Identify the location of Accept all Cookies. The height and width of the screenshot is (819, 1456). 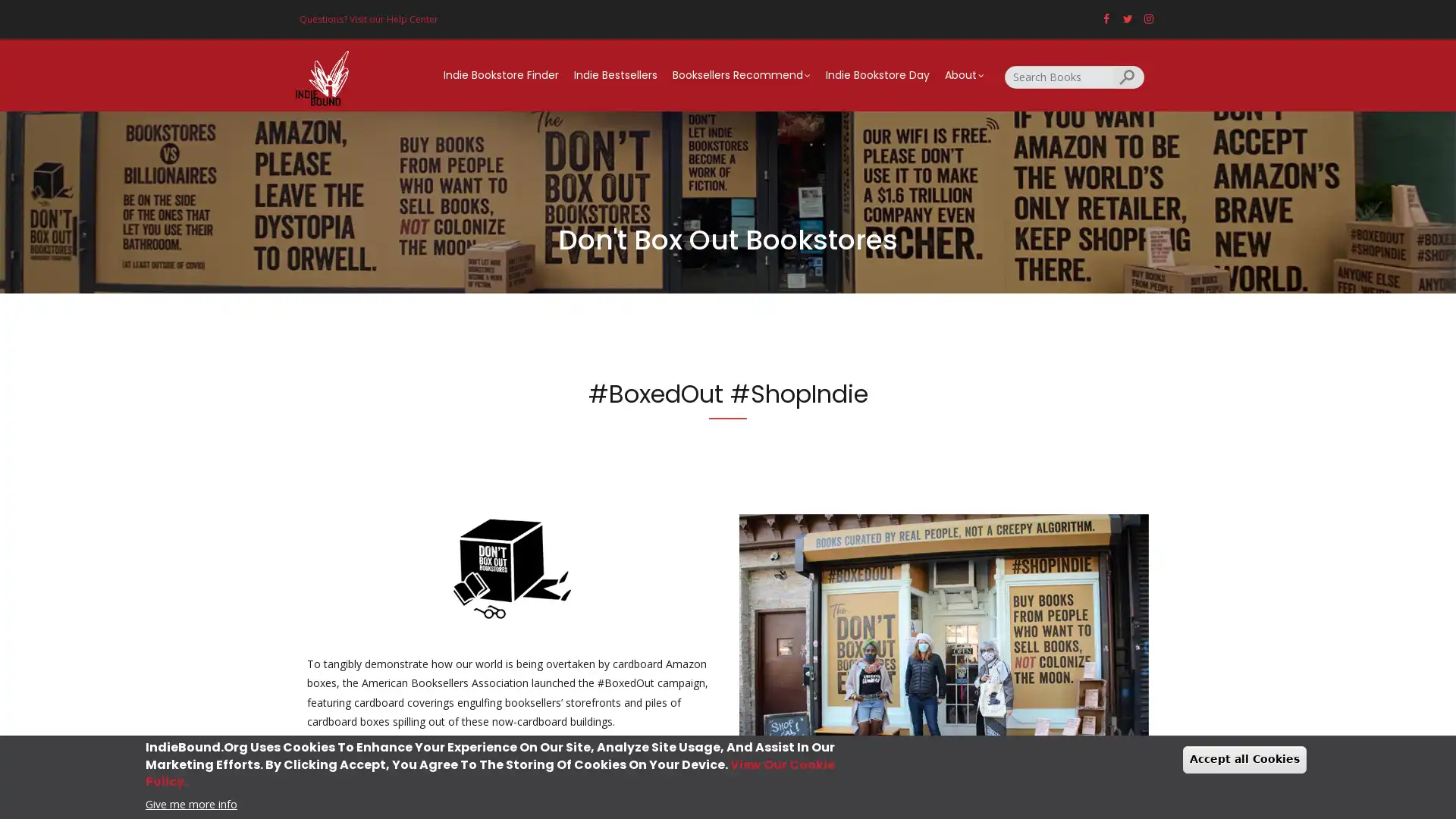
(1244, 759).